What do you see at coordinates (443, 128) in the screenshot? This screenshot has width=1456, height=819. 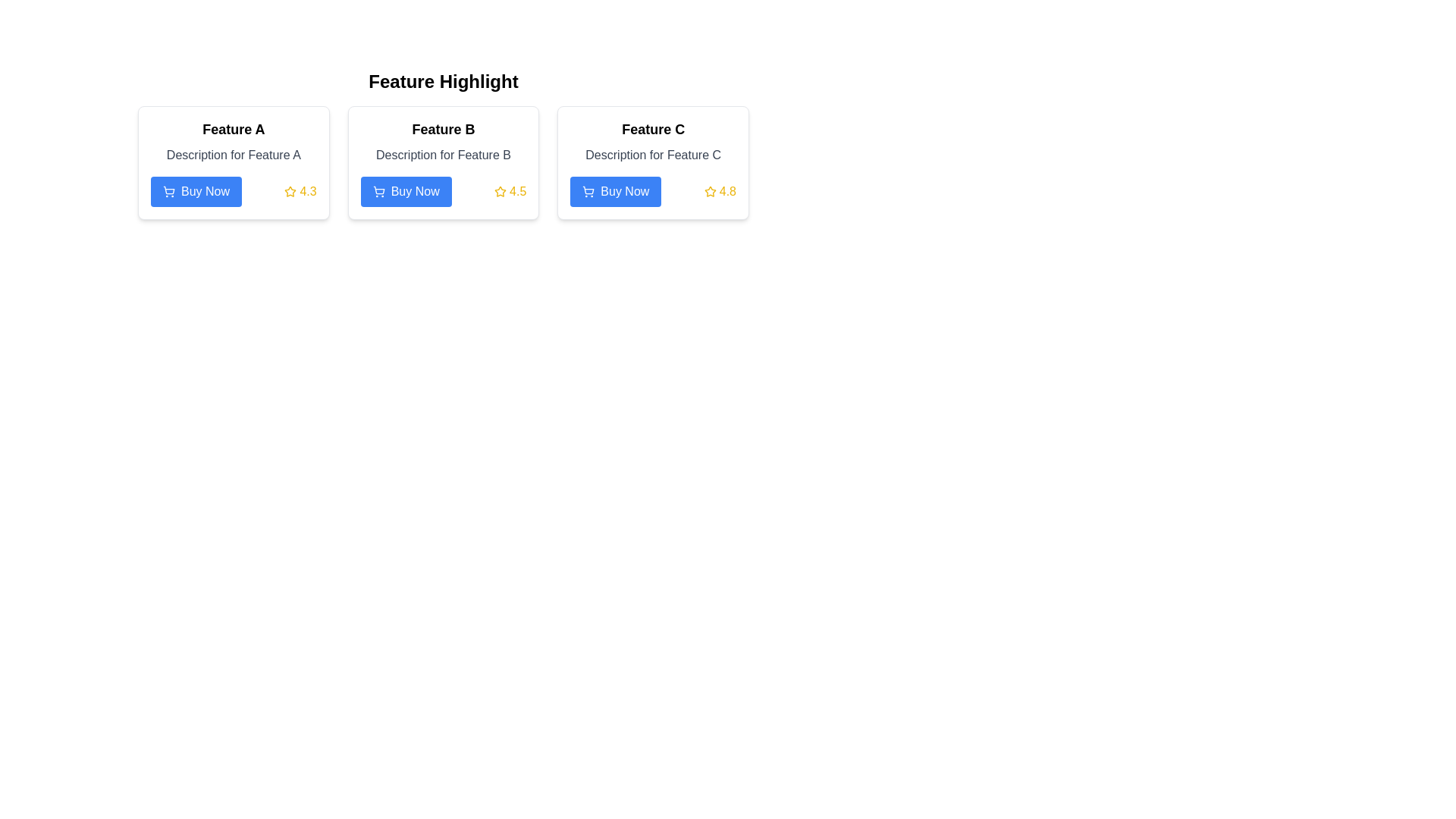 I see `title text located at the top of the second card in a row of three cards, positioned below the heading 'Feature Highlight'` at bounding box center [443, 128].